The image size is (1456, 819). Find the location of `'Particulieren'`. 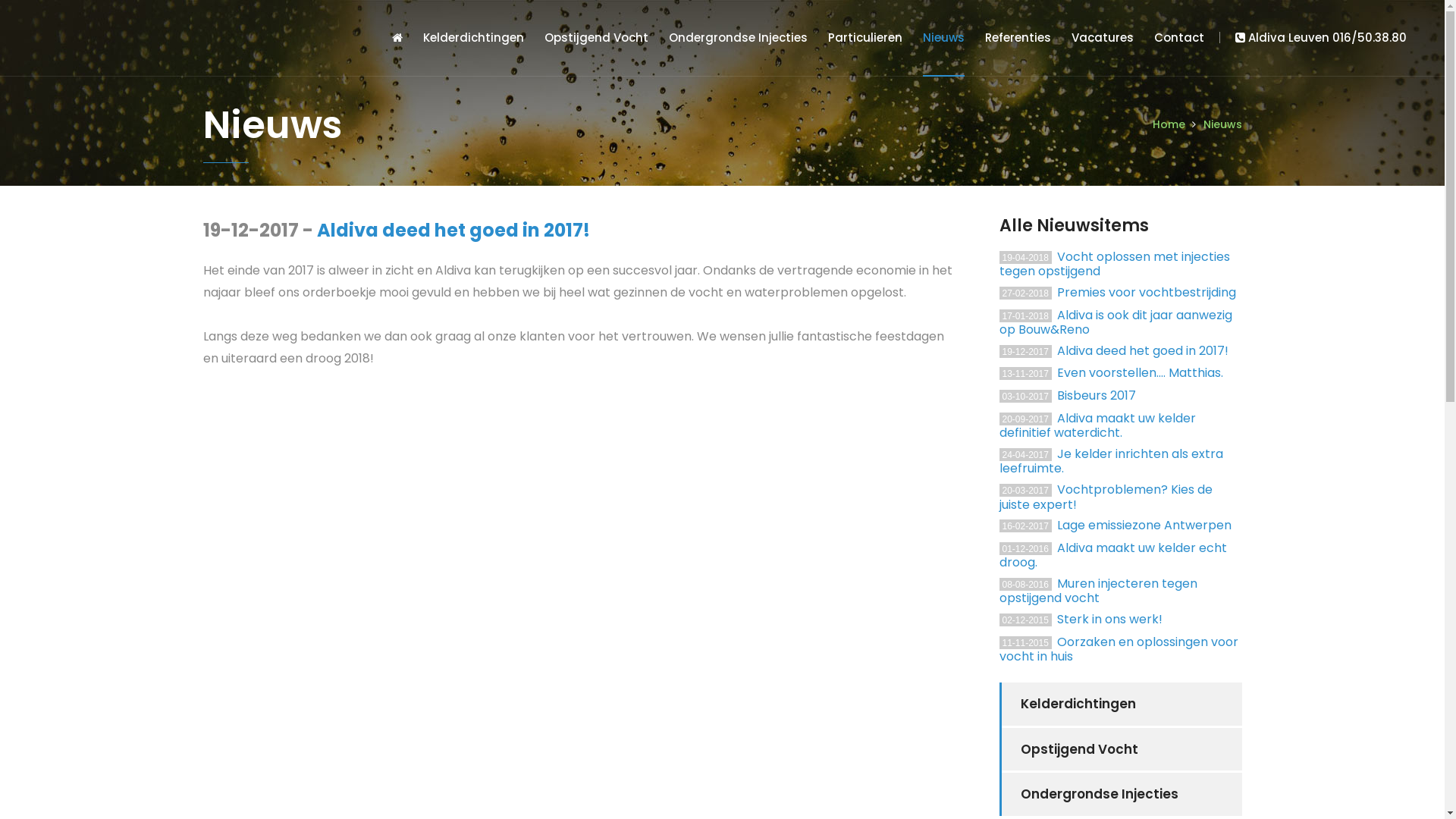

'Particulieren' is located at coordinates (865, 37).